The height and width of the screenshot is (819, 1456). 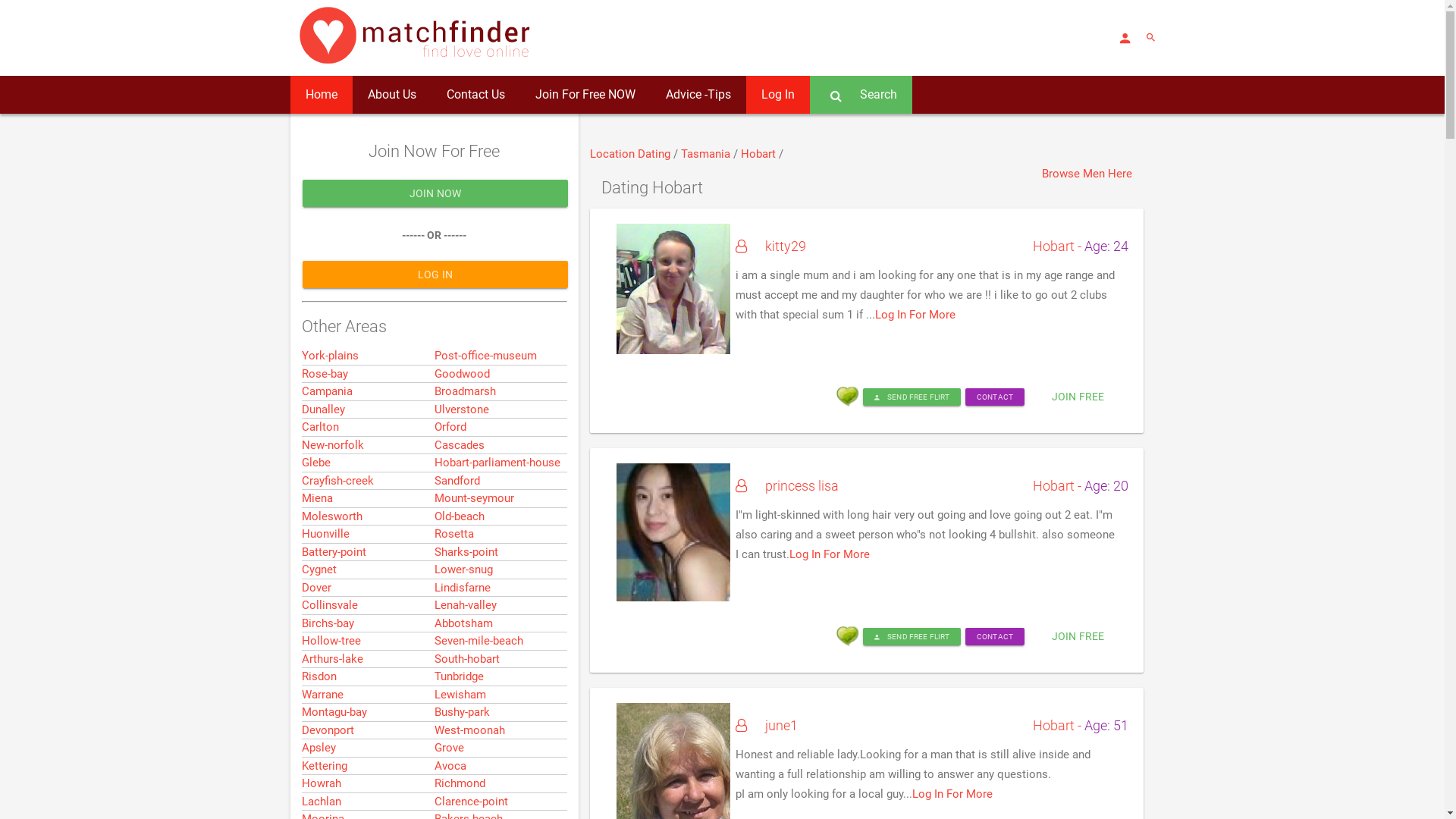 What do you see at coordinates (759, 154) in the screenshot?
I see `'Hobart'` at bounding box center [759, 154].